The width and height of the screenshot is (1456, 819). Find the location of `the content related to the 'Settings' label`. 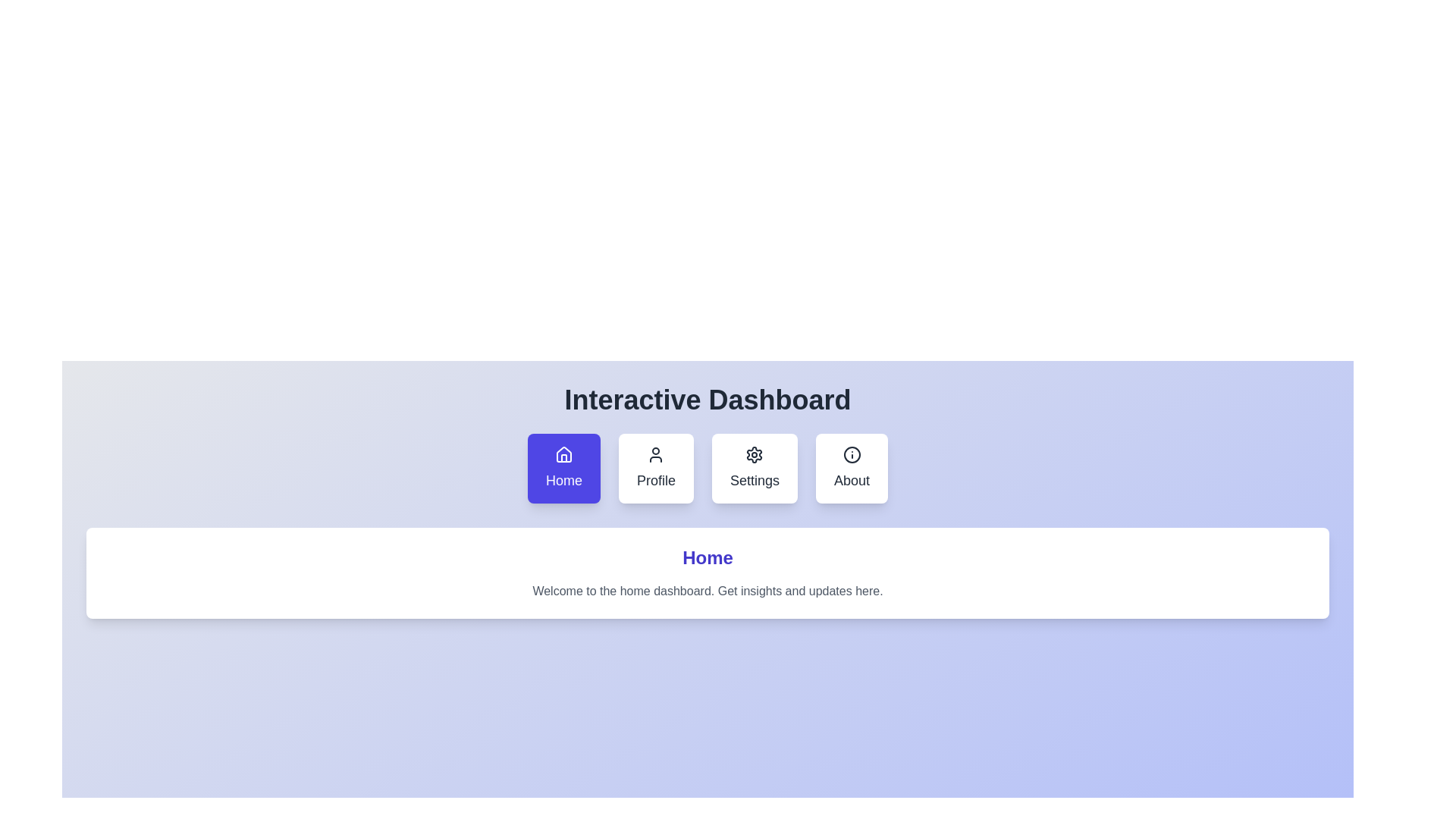

the content related to the 'Settings' label is located at coordinates (755, 480).